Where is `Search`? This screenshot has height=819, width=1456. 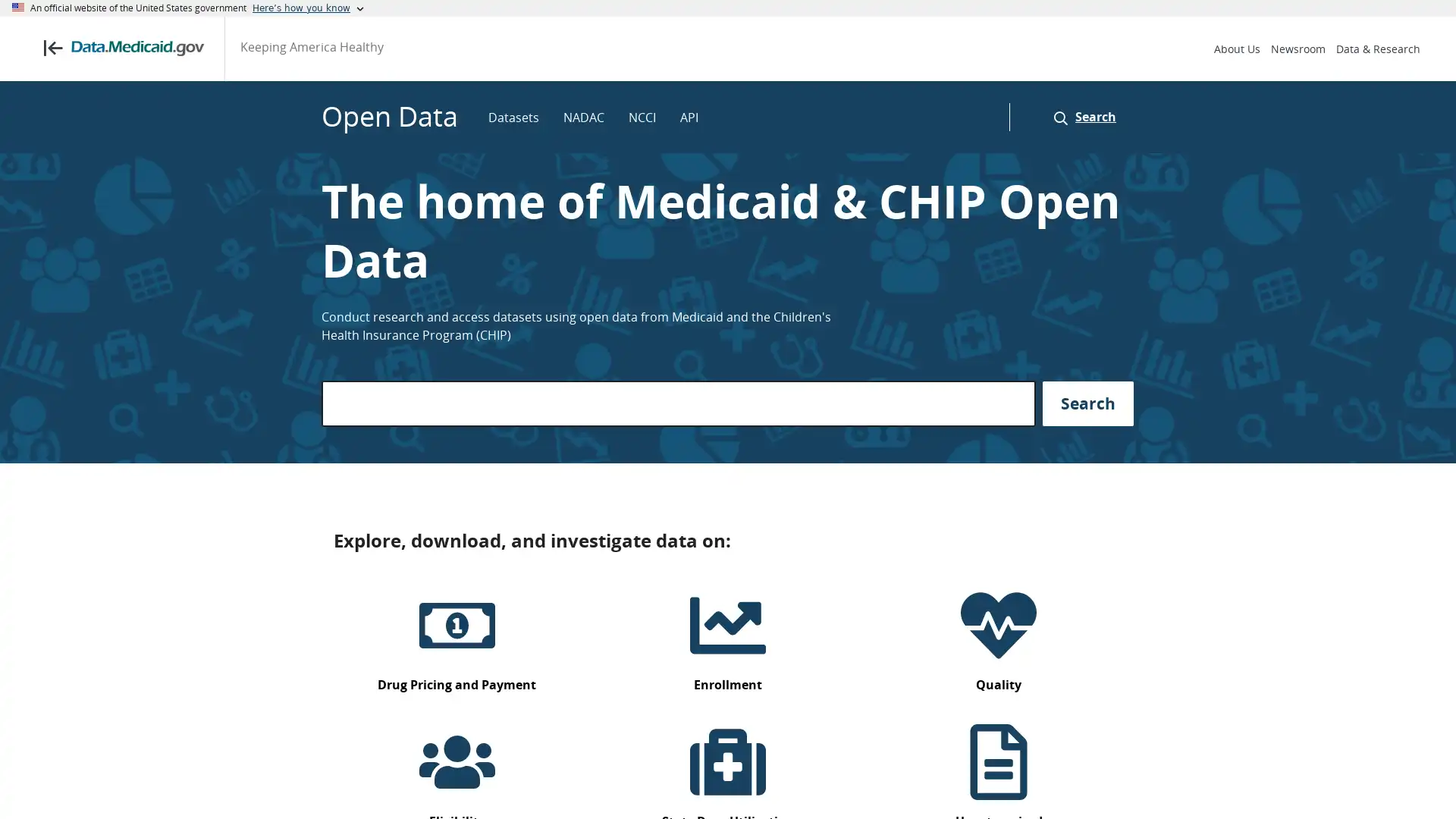 Search is located at coordinates (1080, 116).